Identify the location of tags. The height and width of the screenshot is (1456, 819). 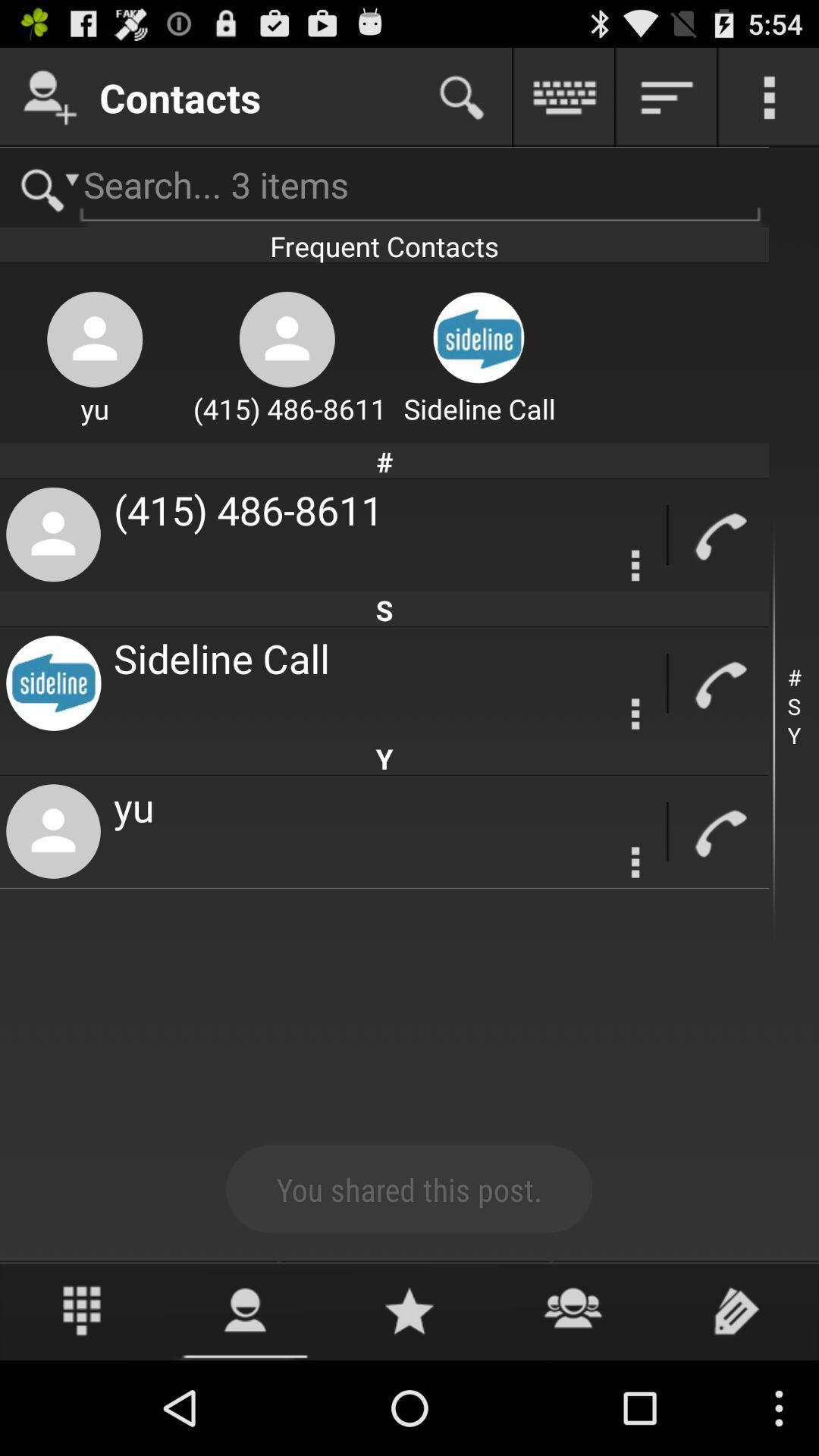
(736, 1310).